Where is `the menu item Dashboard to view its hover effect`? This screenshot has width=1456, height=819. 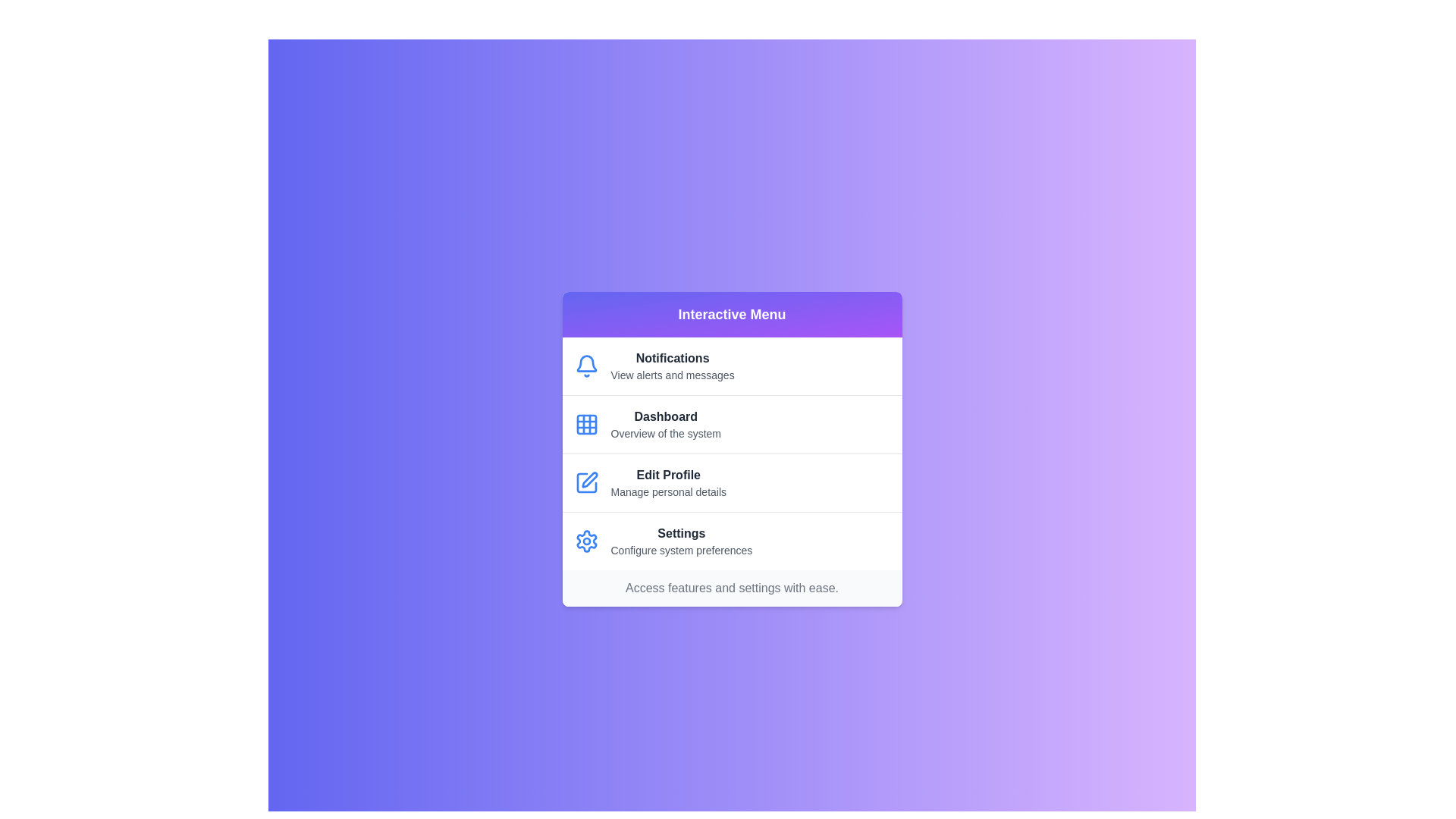
the menu item Dashboard to view its hover effect is located at coordinates (732, 424).